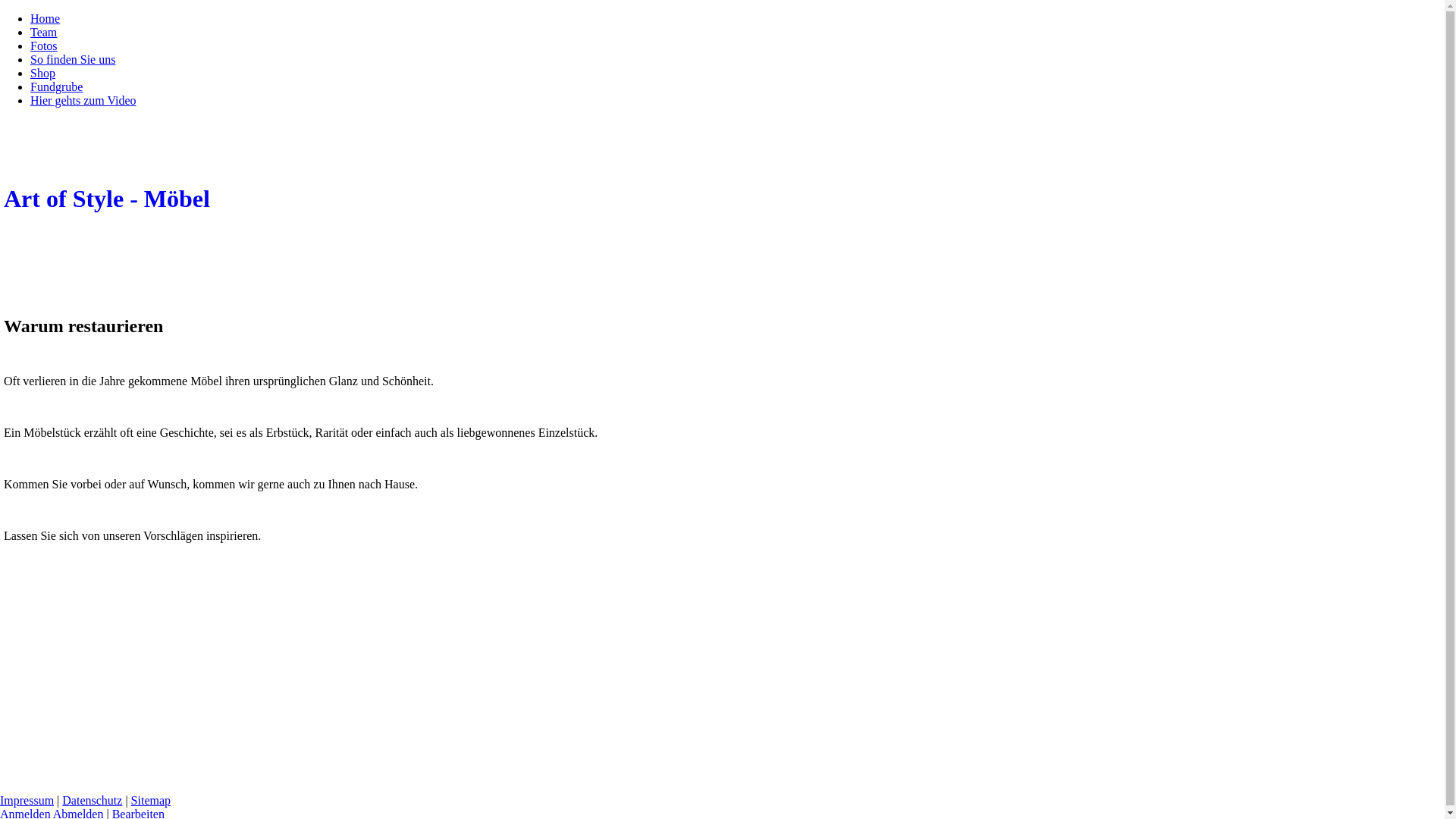 Image resolution: width=1456 pixels, height=819 pixels. I want to click on 'Home', so click(45, 18).